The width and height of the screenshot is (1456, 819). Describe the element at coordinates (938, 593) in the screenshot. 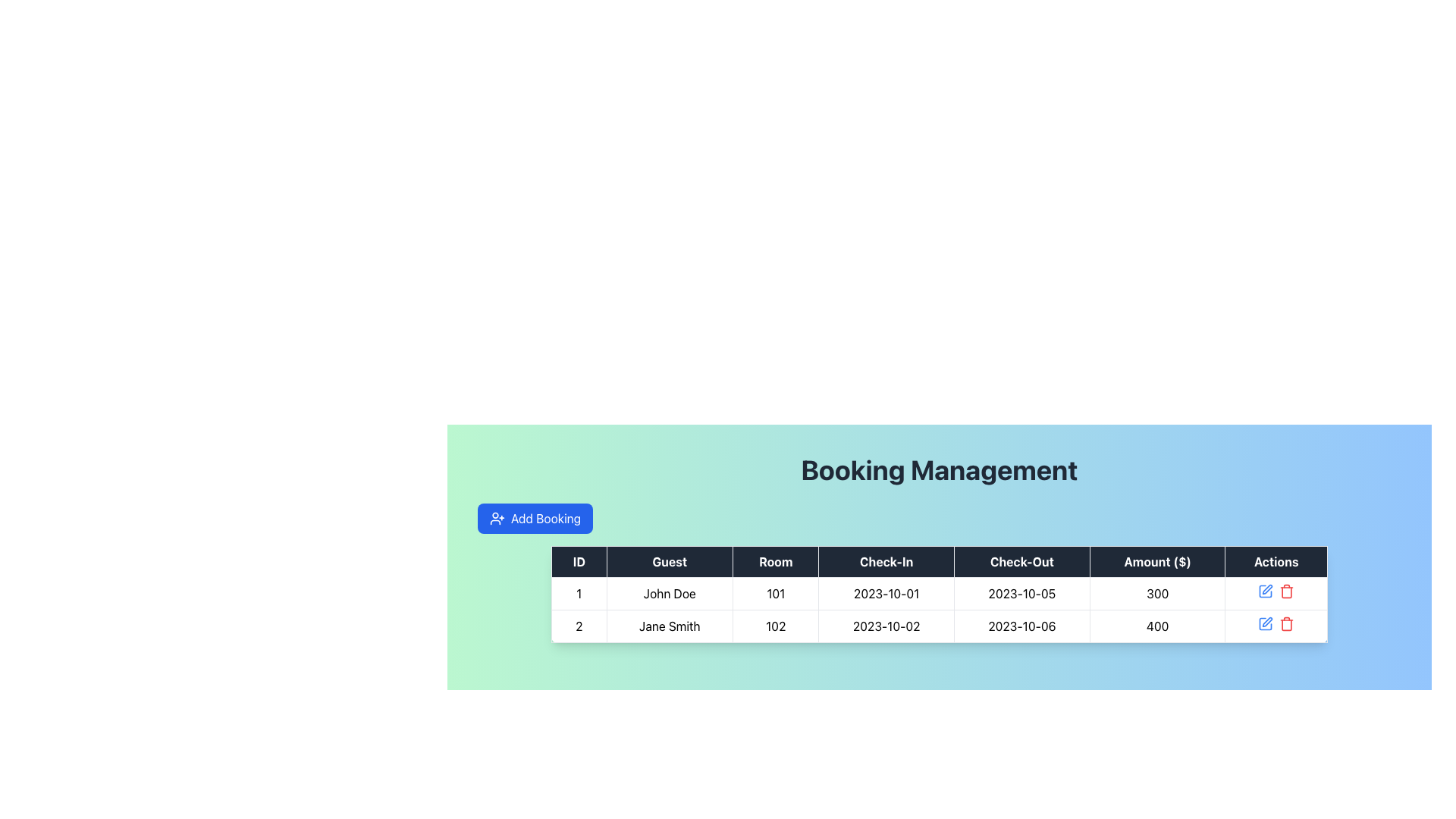

I see `the interactive components in the first row of the booking management table, which displays booking details including guest name, room number, and associated cost` at that location.